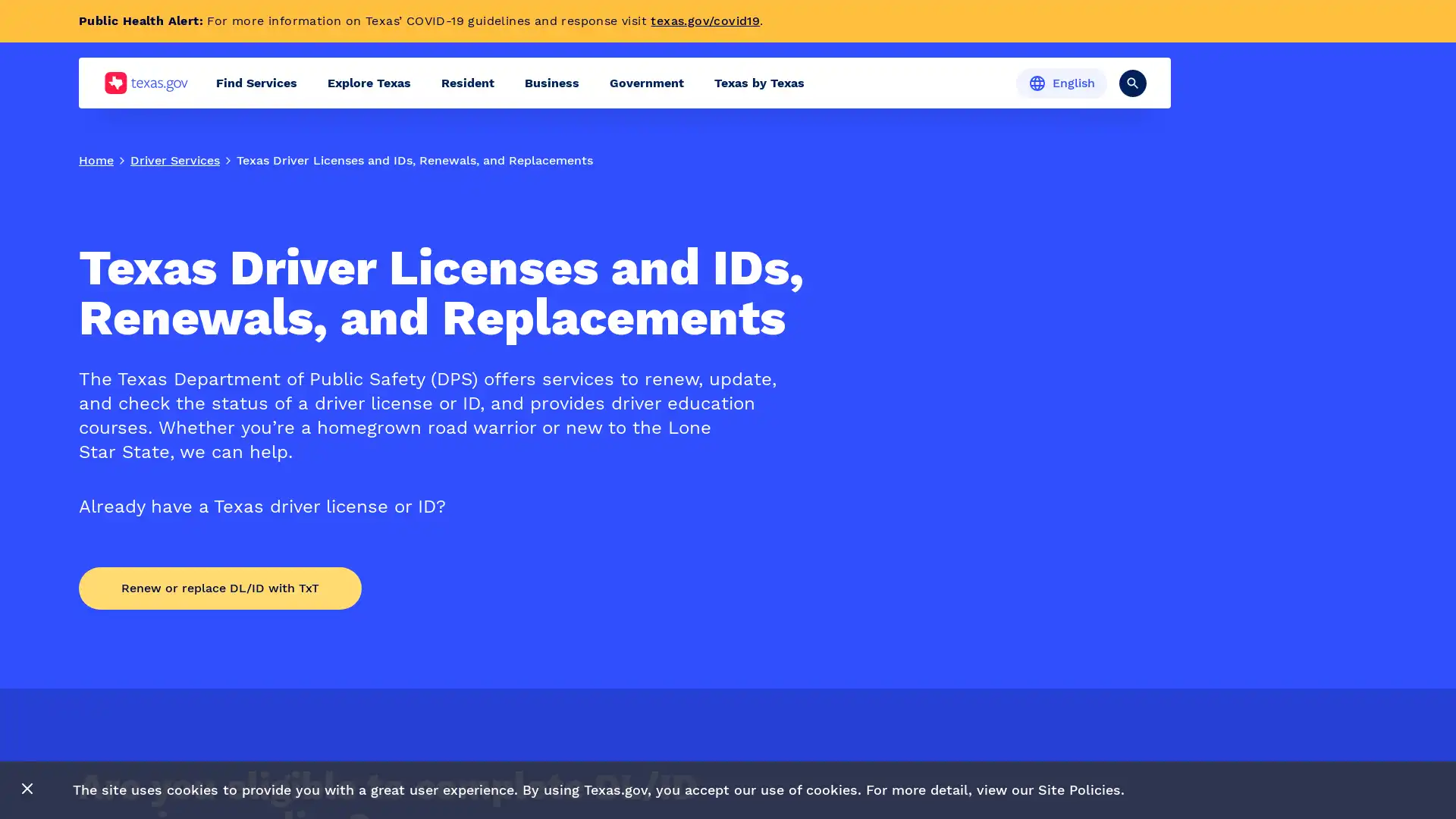  I want to click on Find Services, so click(256, 83).